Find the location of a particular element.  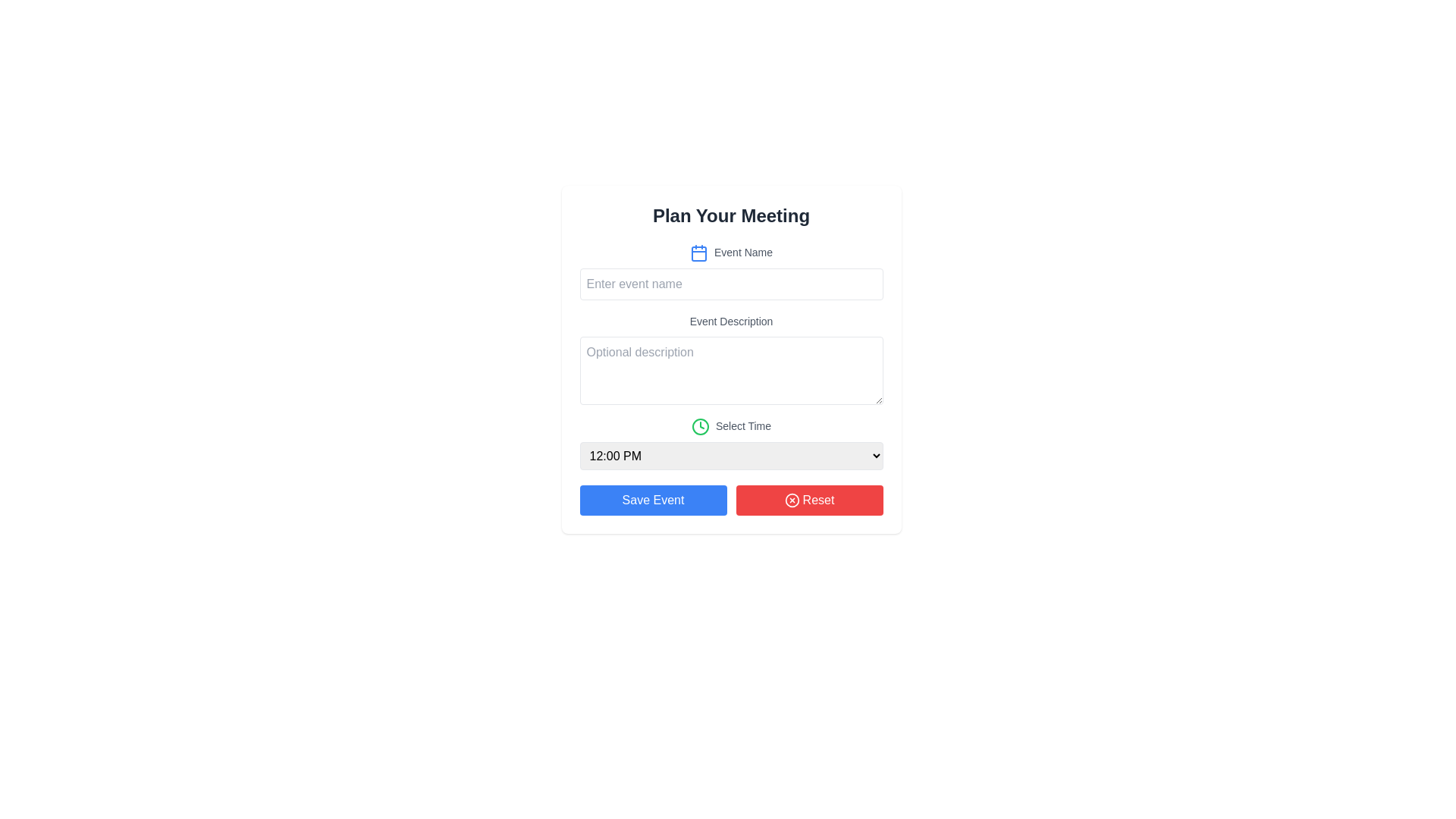

the time selection dropdown menu, which has a light gray background and shows '12:00 PM' by default is located at coordinates (731, 455).